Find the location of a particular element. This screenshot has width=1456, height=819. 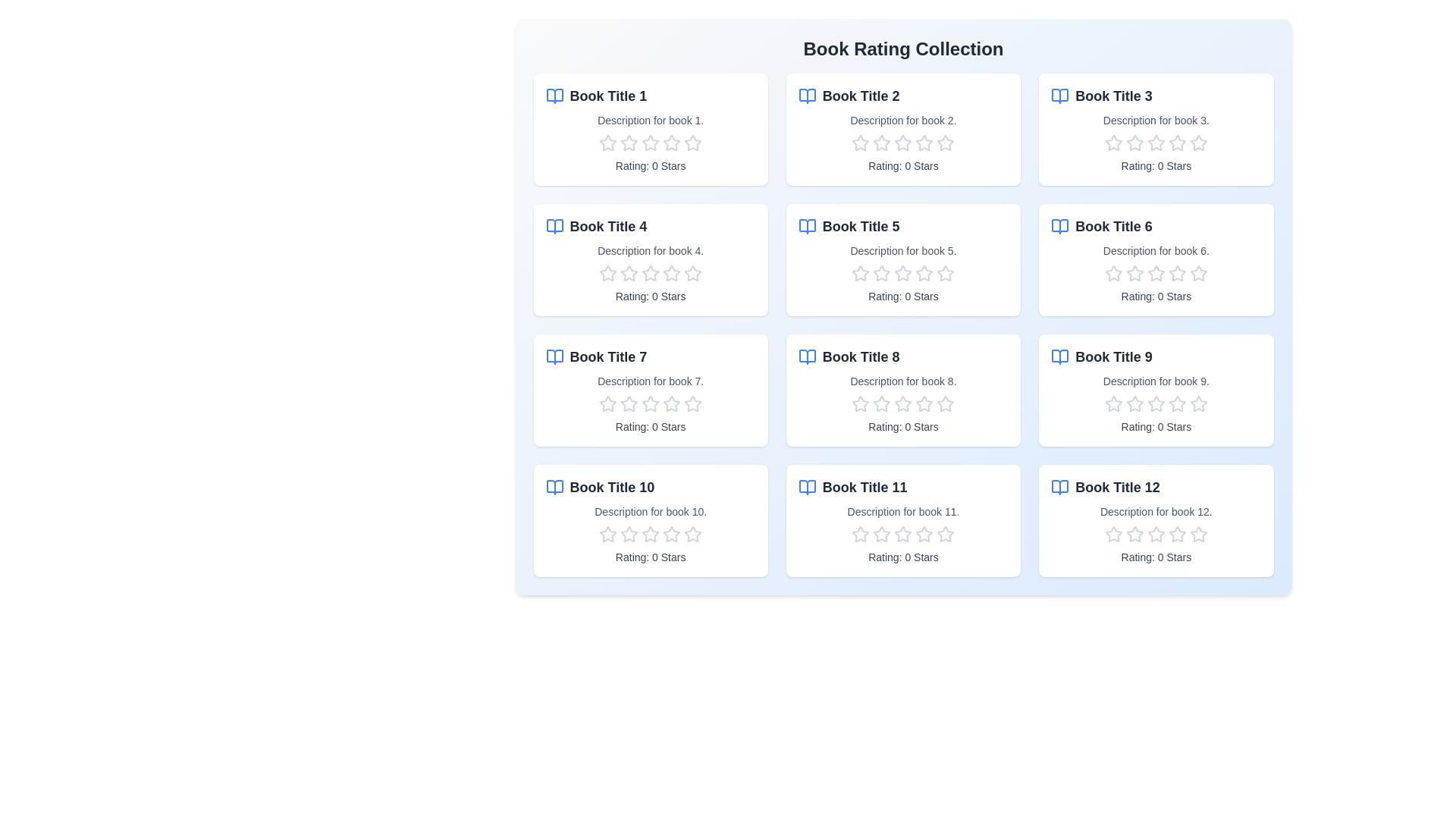

the rating of a book to 1 stars by clicking on the corresponding star in the book's rating section is located at coordinates (608, 143).